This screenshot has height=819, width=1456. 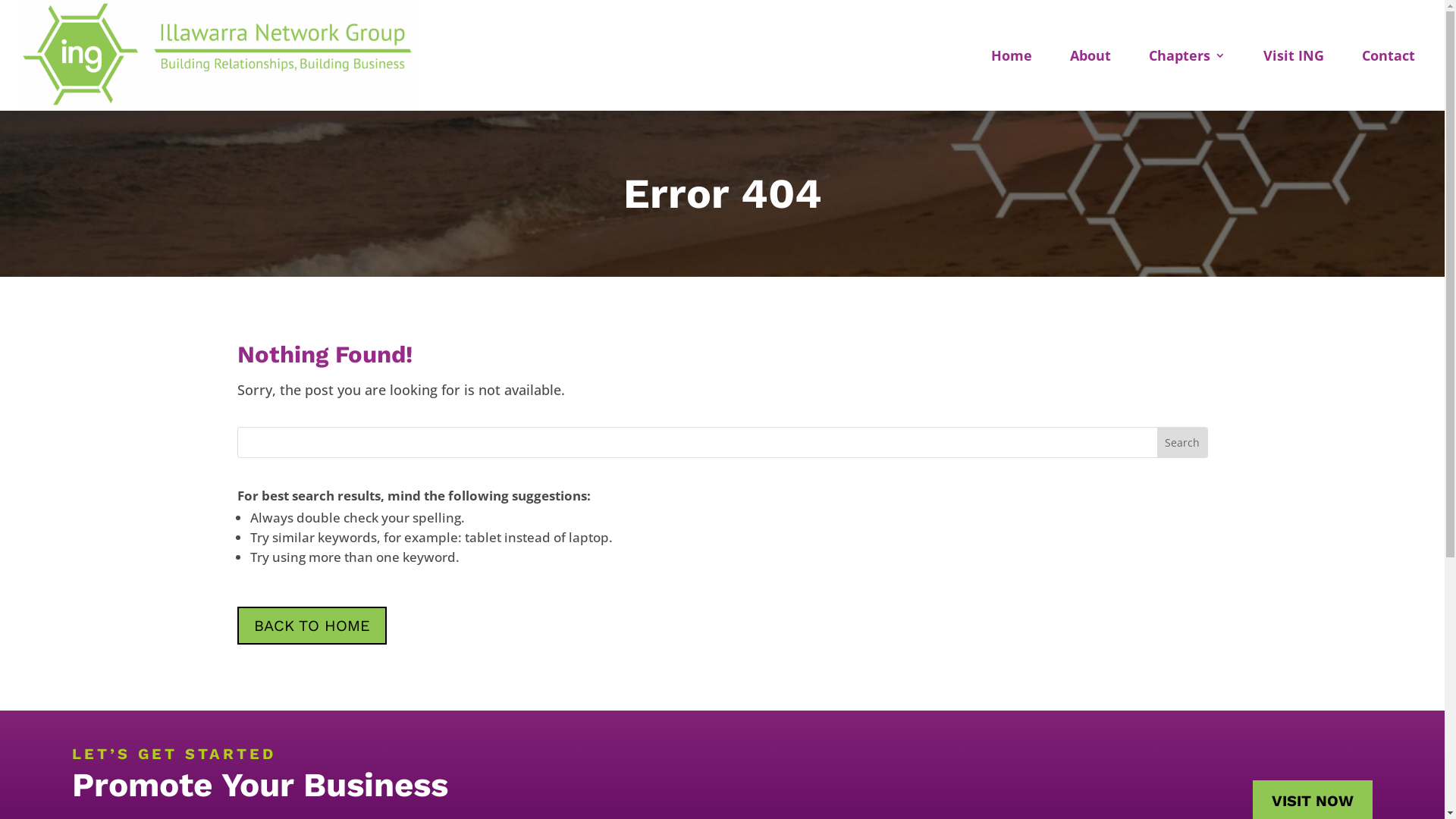 What do you see at coordinates (1181, 442) in the screenshot?
I see `'Search'` at bounding box center [1181, 442].